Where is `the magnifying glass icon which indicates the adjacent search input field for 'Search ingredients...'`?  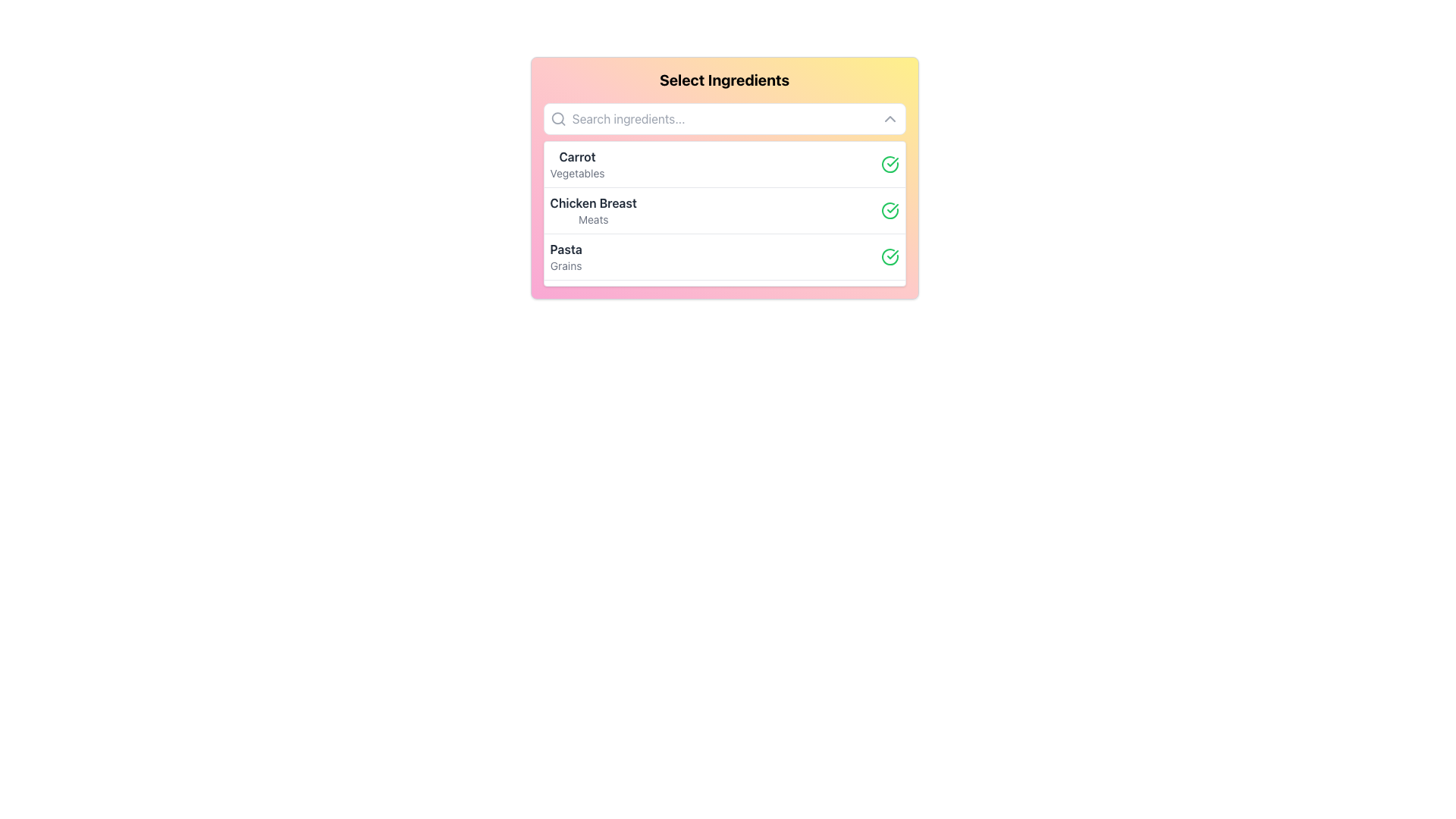
the magnifying glass icon which indicates the adjacent search input field for 'Search ingredients...' is located at coordinates (557, 118).